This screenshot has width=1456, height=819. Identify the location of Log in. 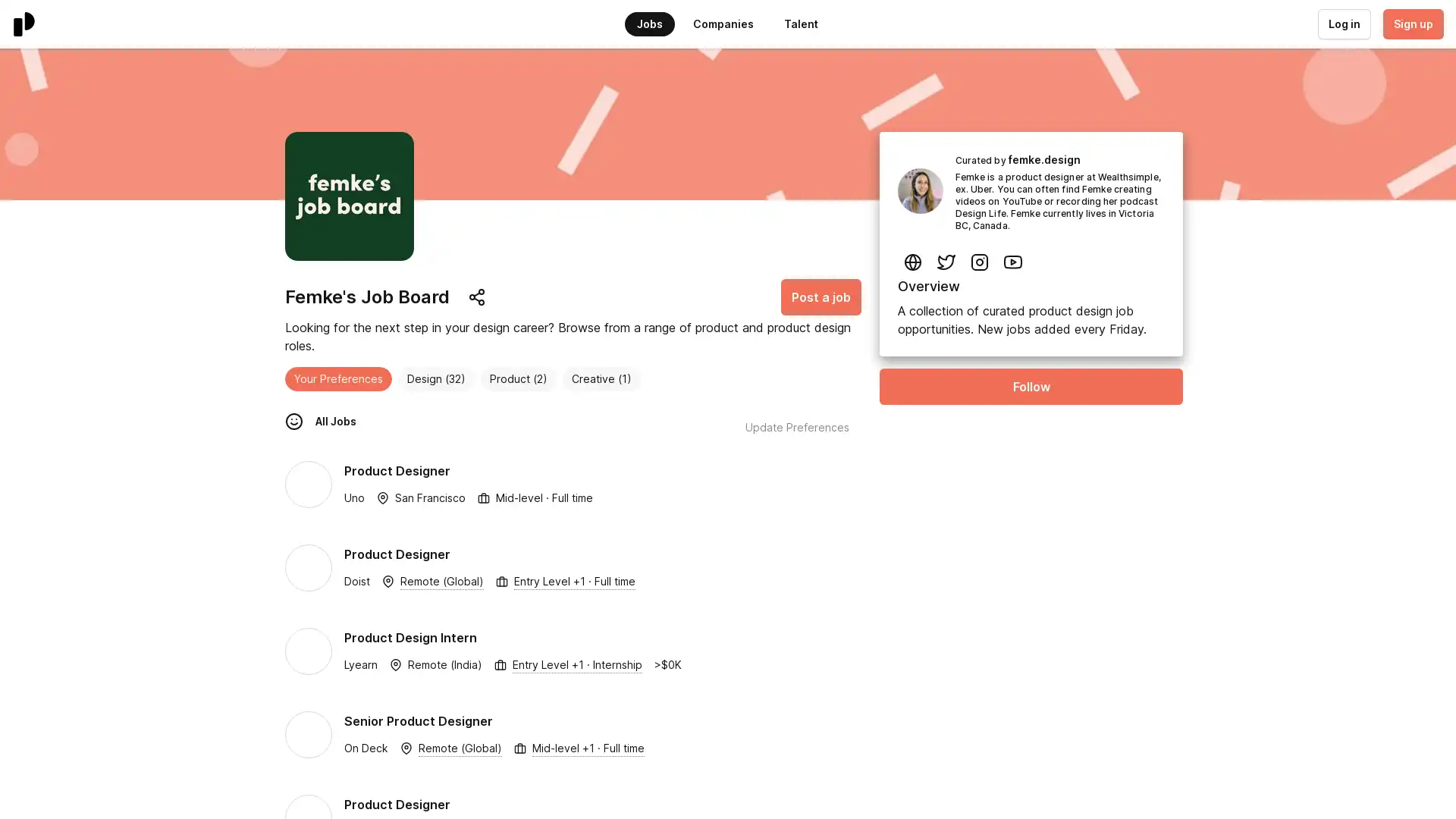
(1343, 24).